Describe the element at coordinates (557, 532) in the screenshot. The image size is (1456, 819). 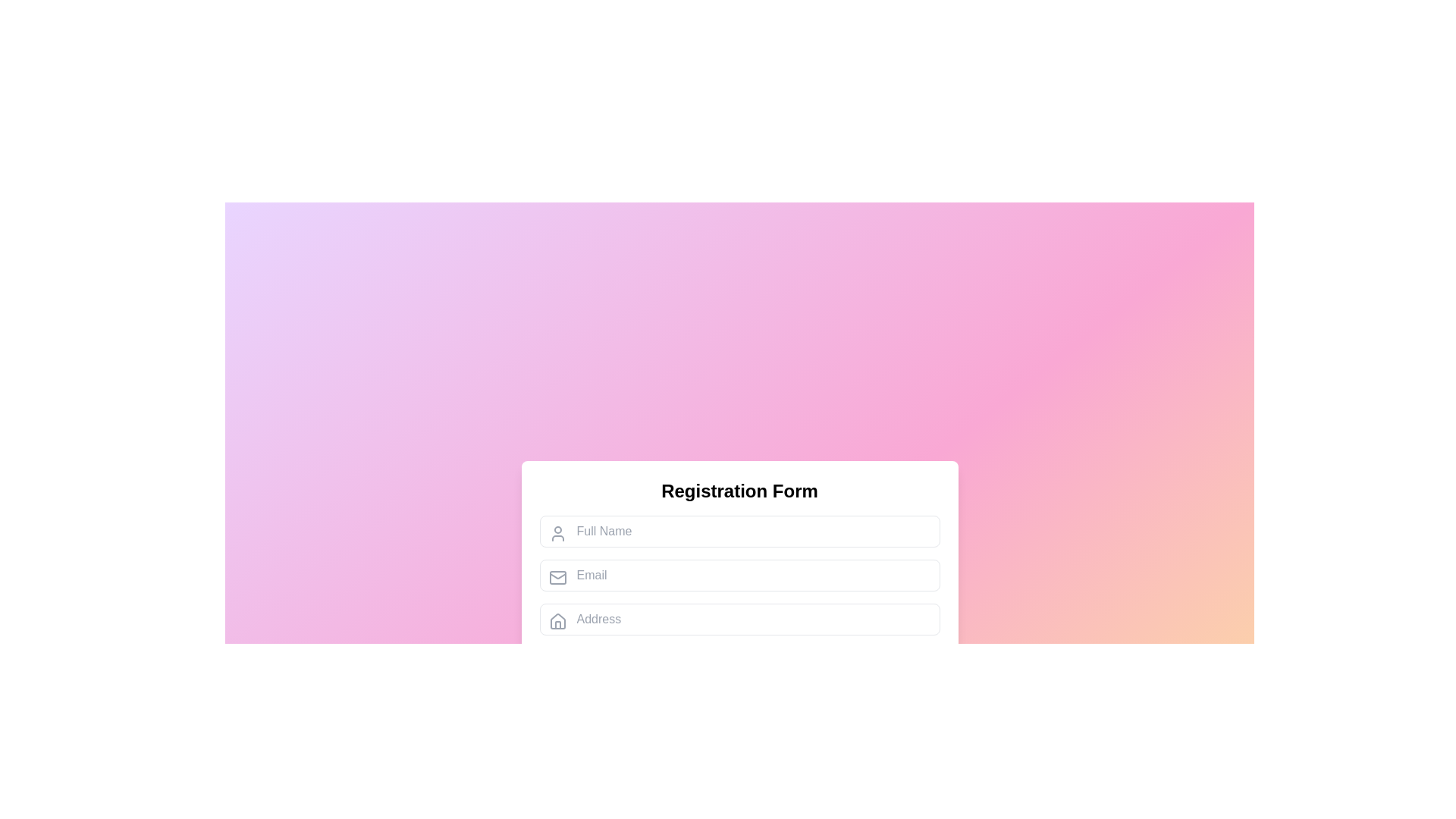
I see `the user icon, which is a gray-toned graphic resembling a generic user profile symbol, located to the left of the 'Full Name' text input field` at that location.